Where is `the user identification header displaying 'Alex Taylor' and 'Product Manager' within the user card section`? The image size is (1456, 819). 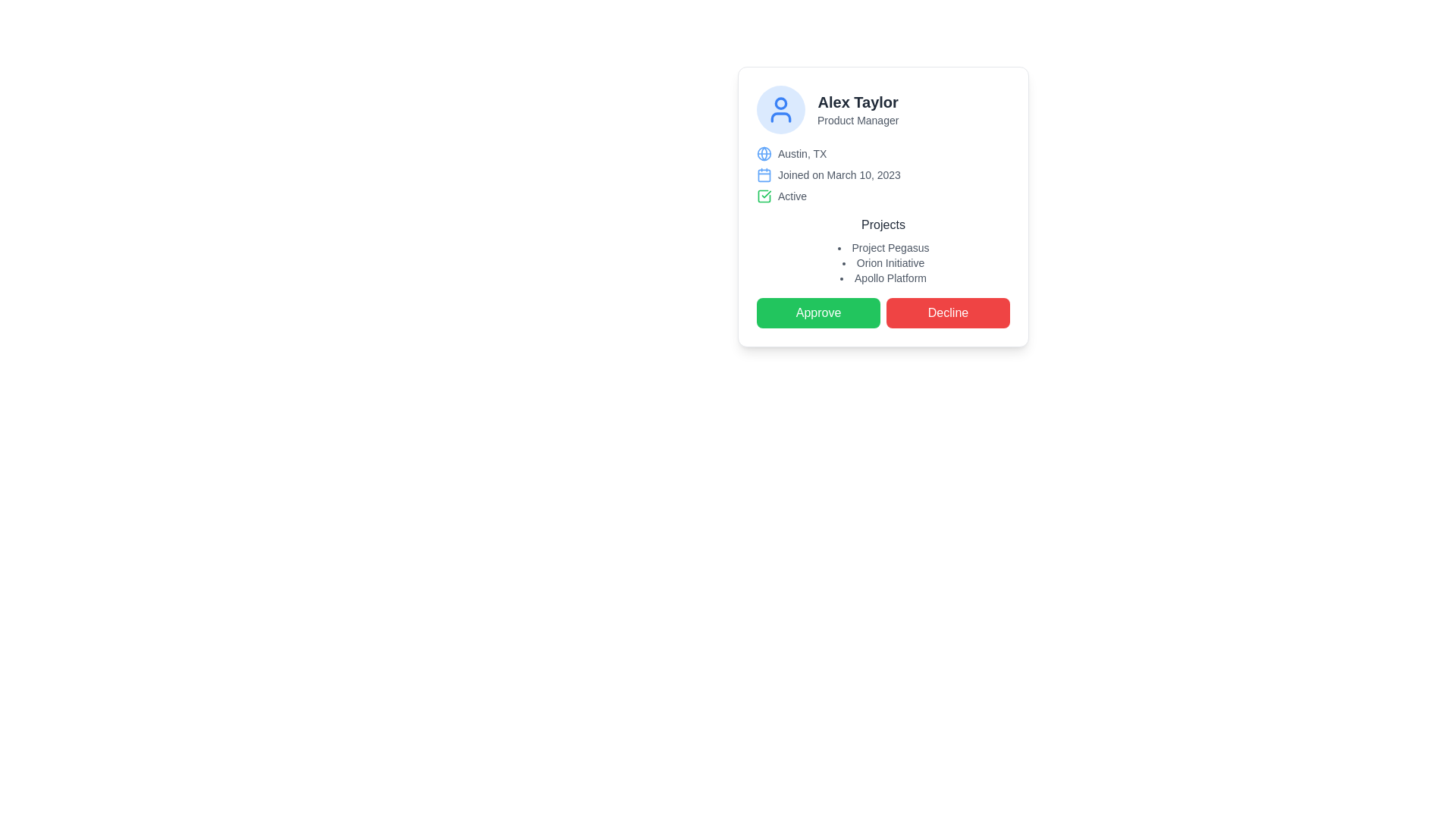
the user identification header displaying 'Alex Taylor' and 'Product Manager' within the user card section is located at coordinates (858, 109).